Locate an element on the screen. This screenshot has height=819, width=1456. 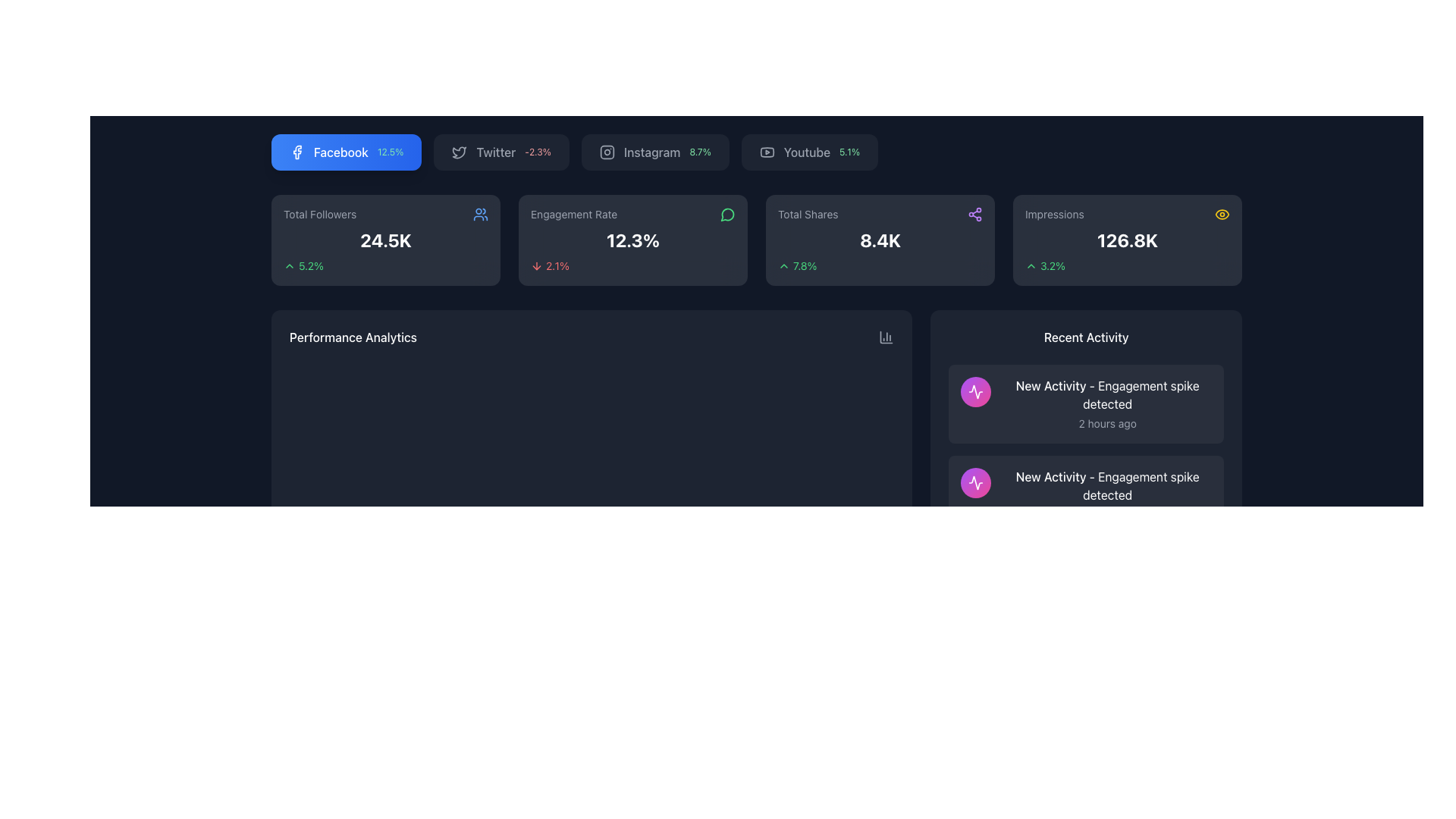
the Statistical text display showing '12.3%' within the 'Engagement Rate' card is located at coordinates (633, 239).